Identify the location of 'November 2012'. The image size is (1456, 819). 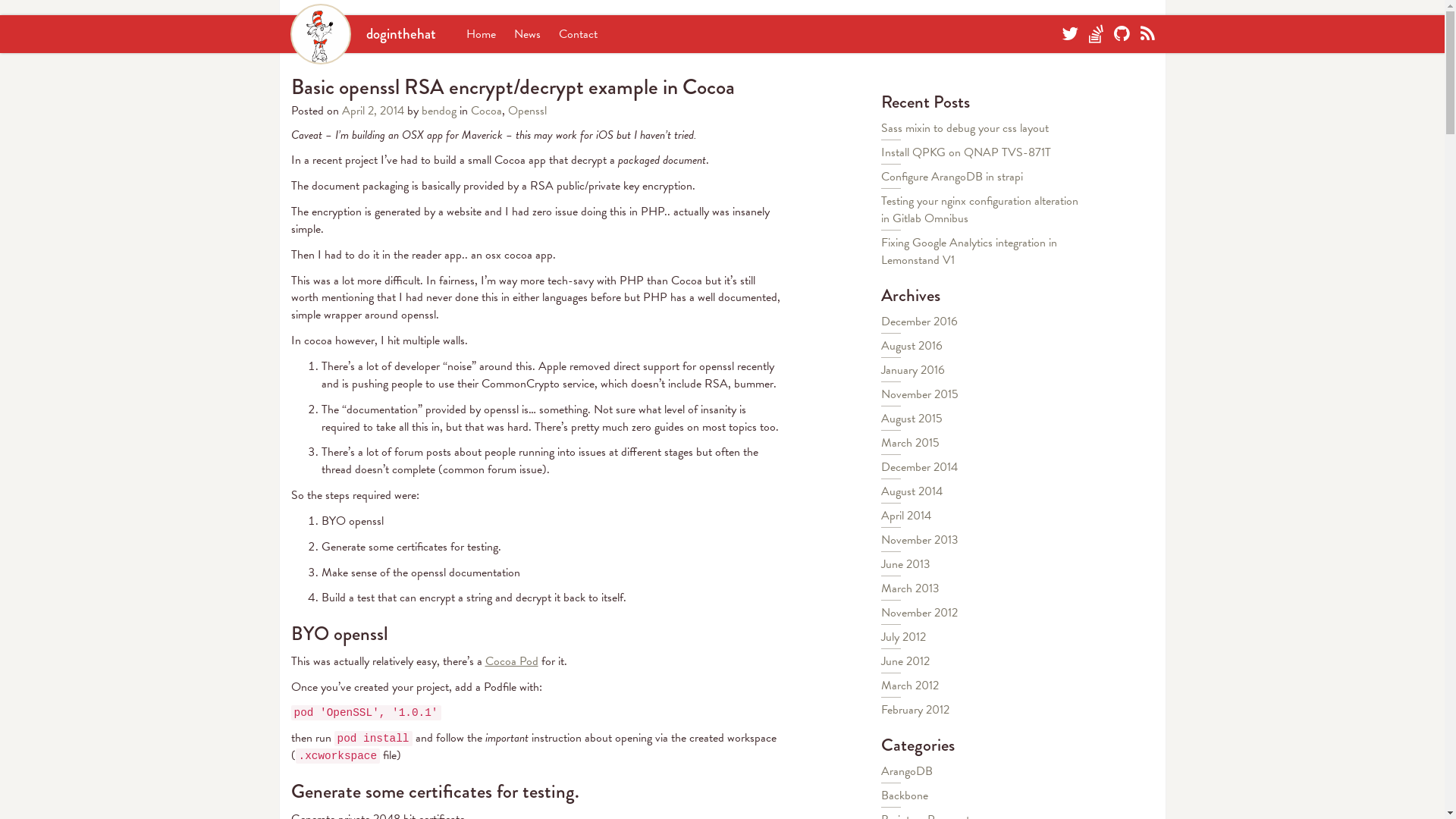
(918, 611).